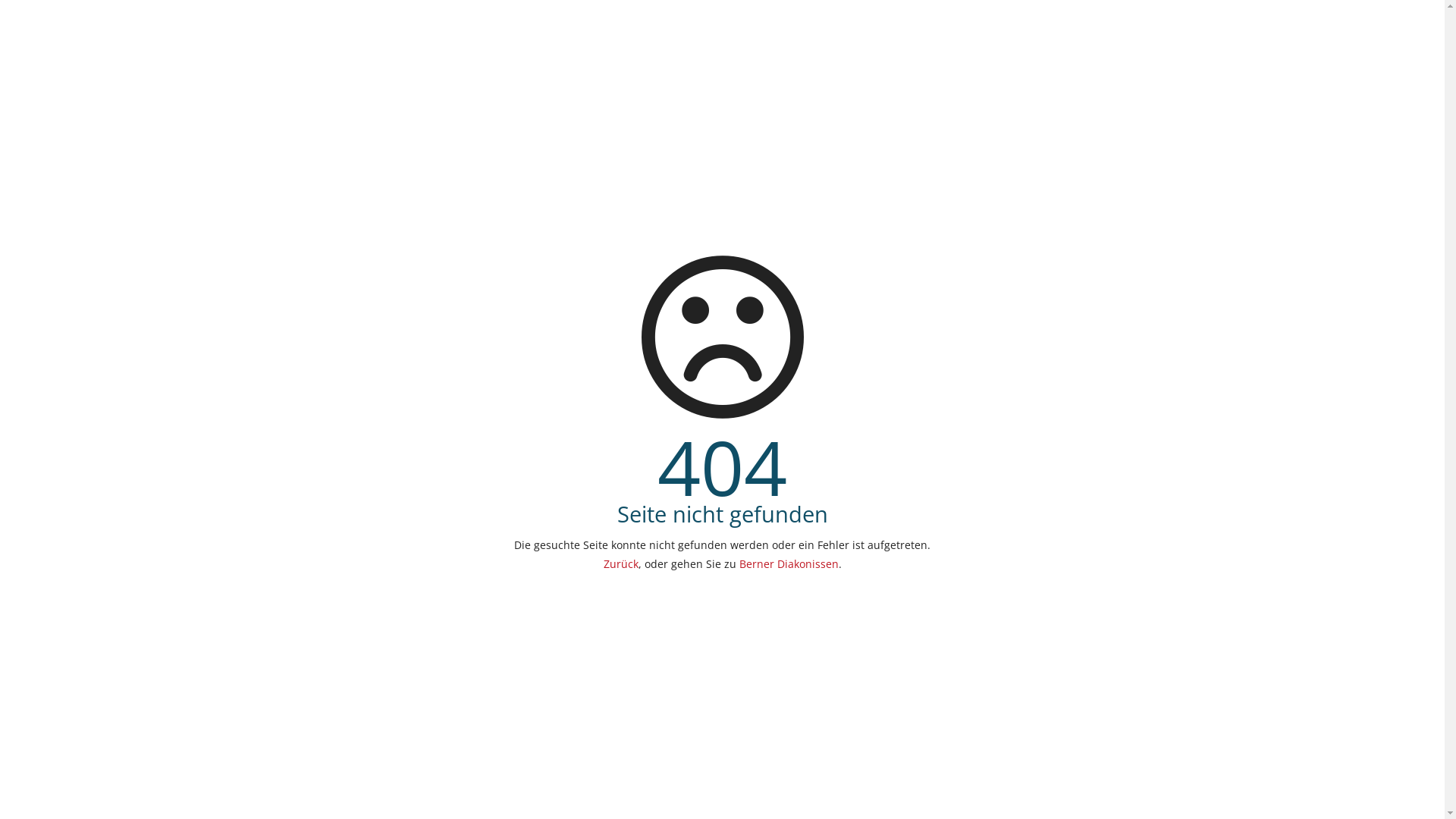 The image size is (1456, 819). Describe the element at coordinates (788, 563) in the screenshot. I see `'Berner Diakonissen'` at that location.